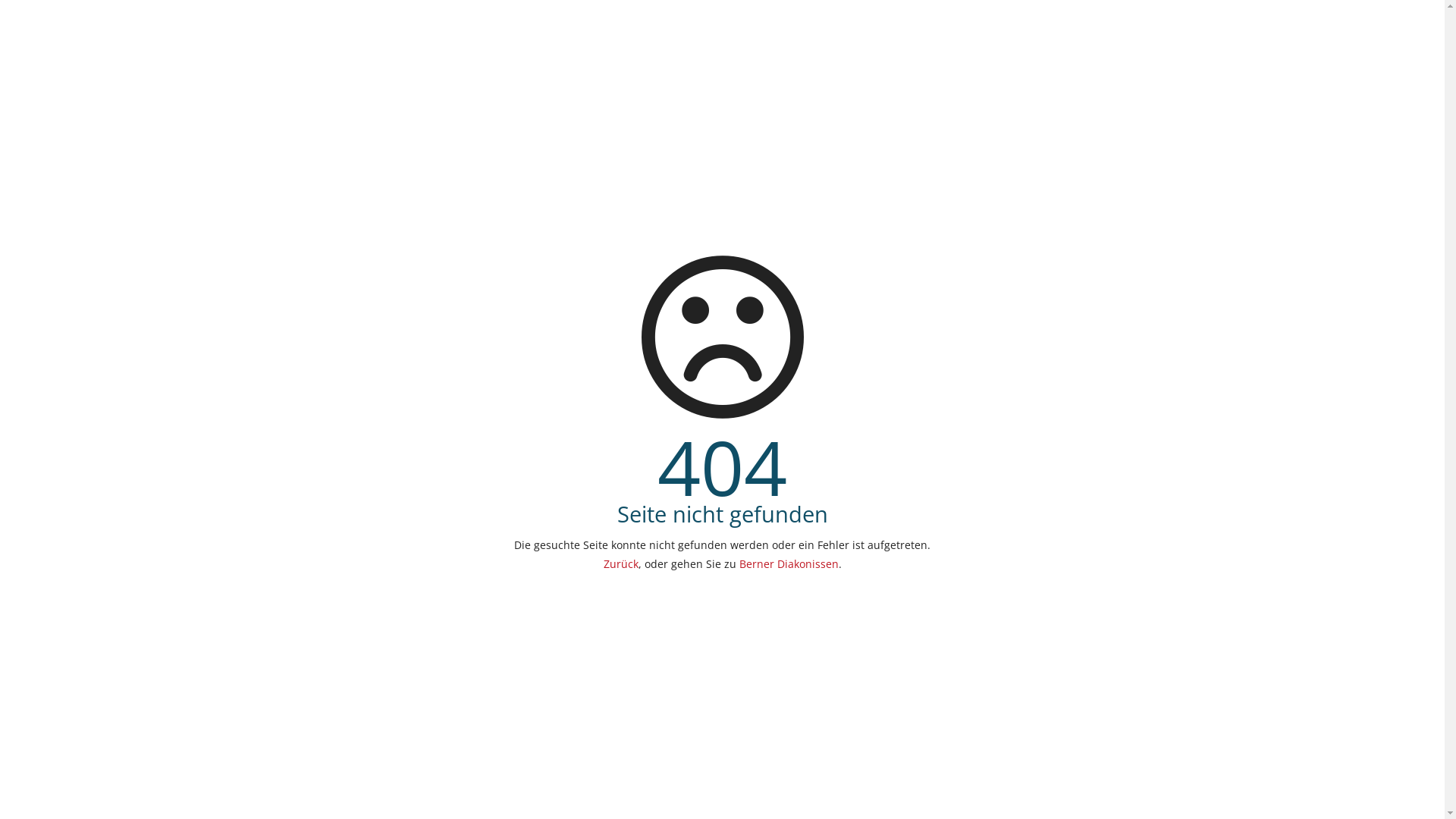 The image size is (1456, 819). Describe the element at coordinates (788, 563) in the screenshot. I see `'Berner Diakonissen'` at that location.